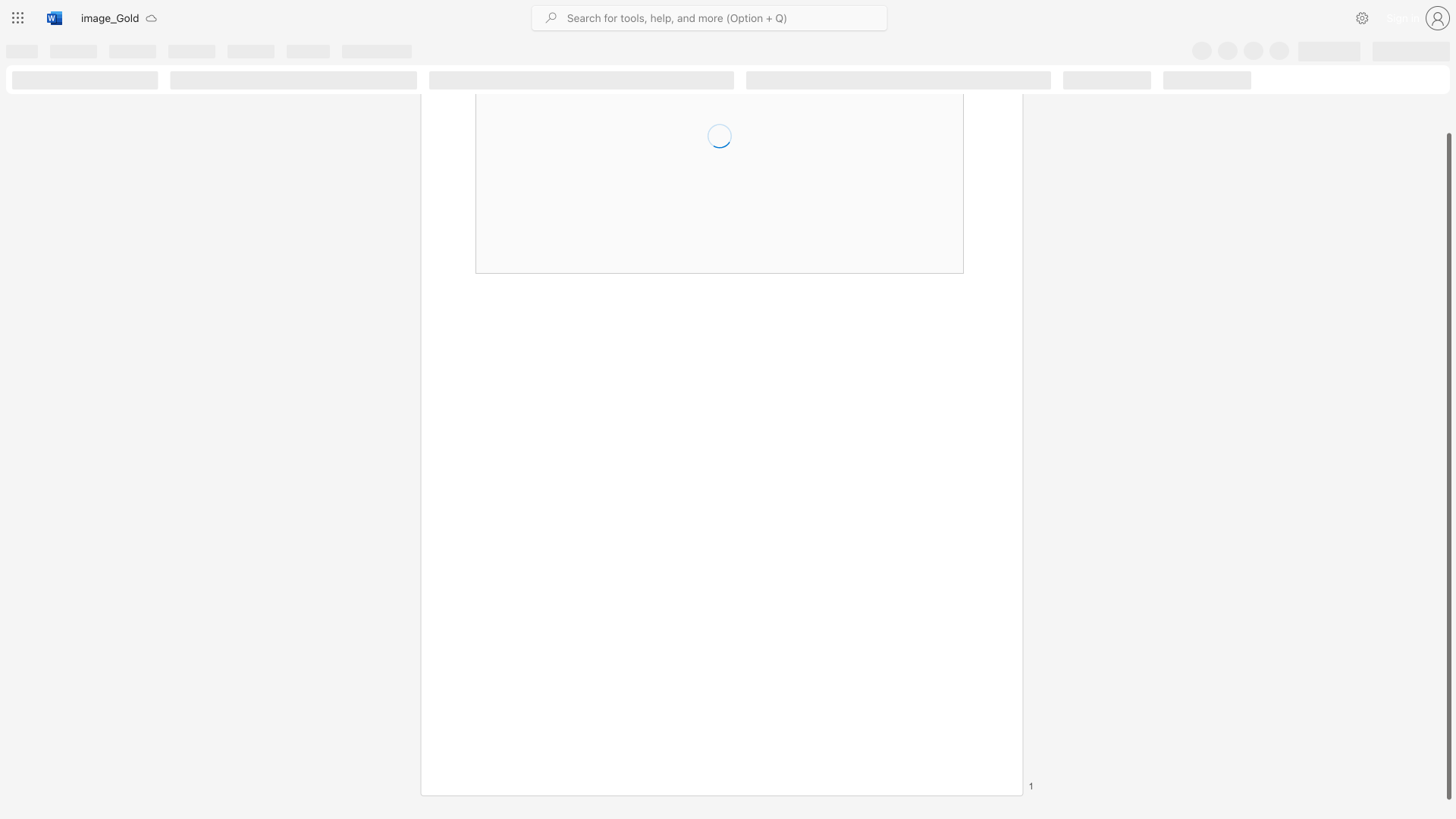 This screenshot has width=1456, height=819. What do you see at coordinates (1448, 466) in the screenshot?
I see `the scrollbar and move up 50 pixels` at bounding box center [1448, 466].